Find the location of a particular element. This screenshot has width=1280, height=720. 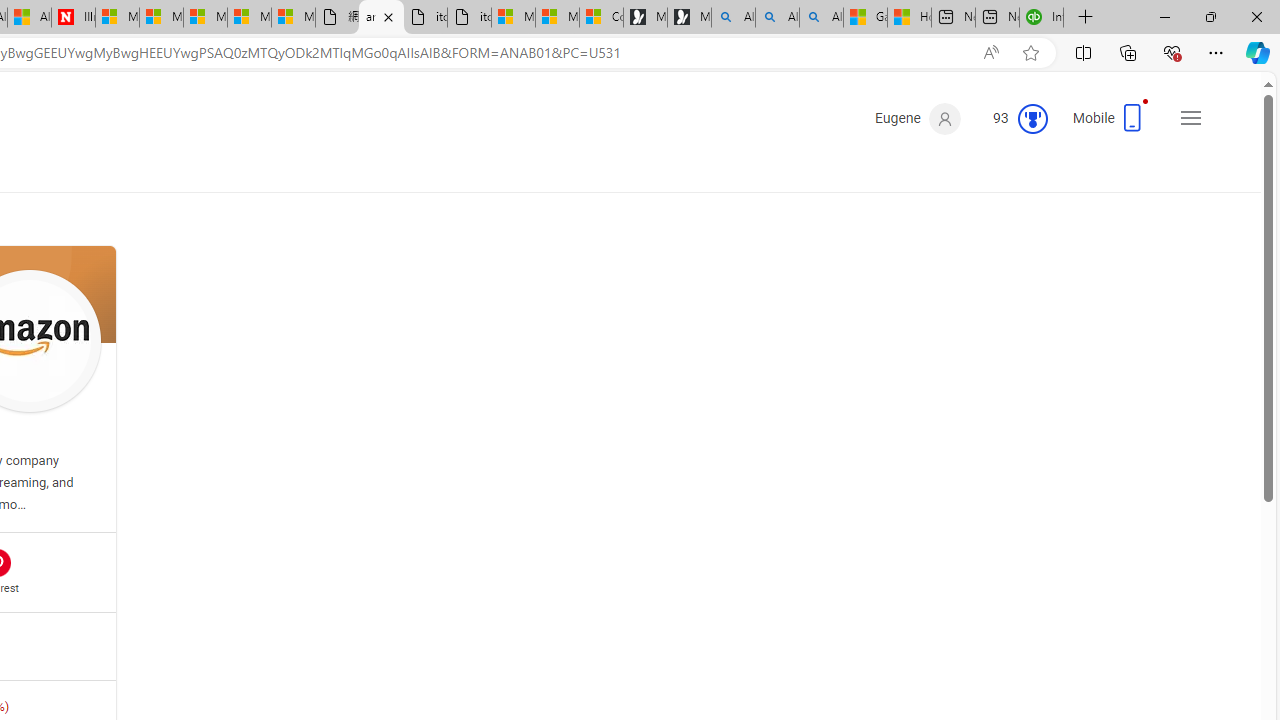

'Alabama high school quarterback dies - Search Videos' is located at coordinates (821, 17).